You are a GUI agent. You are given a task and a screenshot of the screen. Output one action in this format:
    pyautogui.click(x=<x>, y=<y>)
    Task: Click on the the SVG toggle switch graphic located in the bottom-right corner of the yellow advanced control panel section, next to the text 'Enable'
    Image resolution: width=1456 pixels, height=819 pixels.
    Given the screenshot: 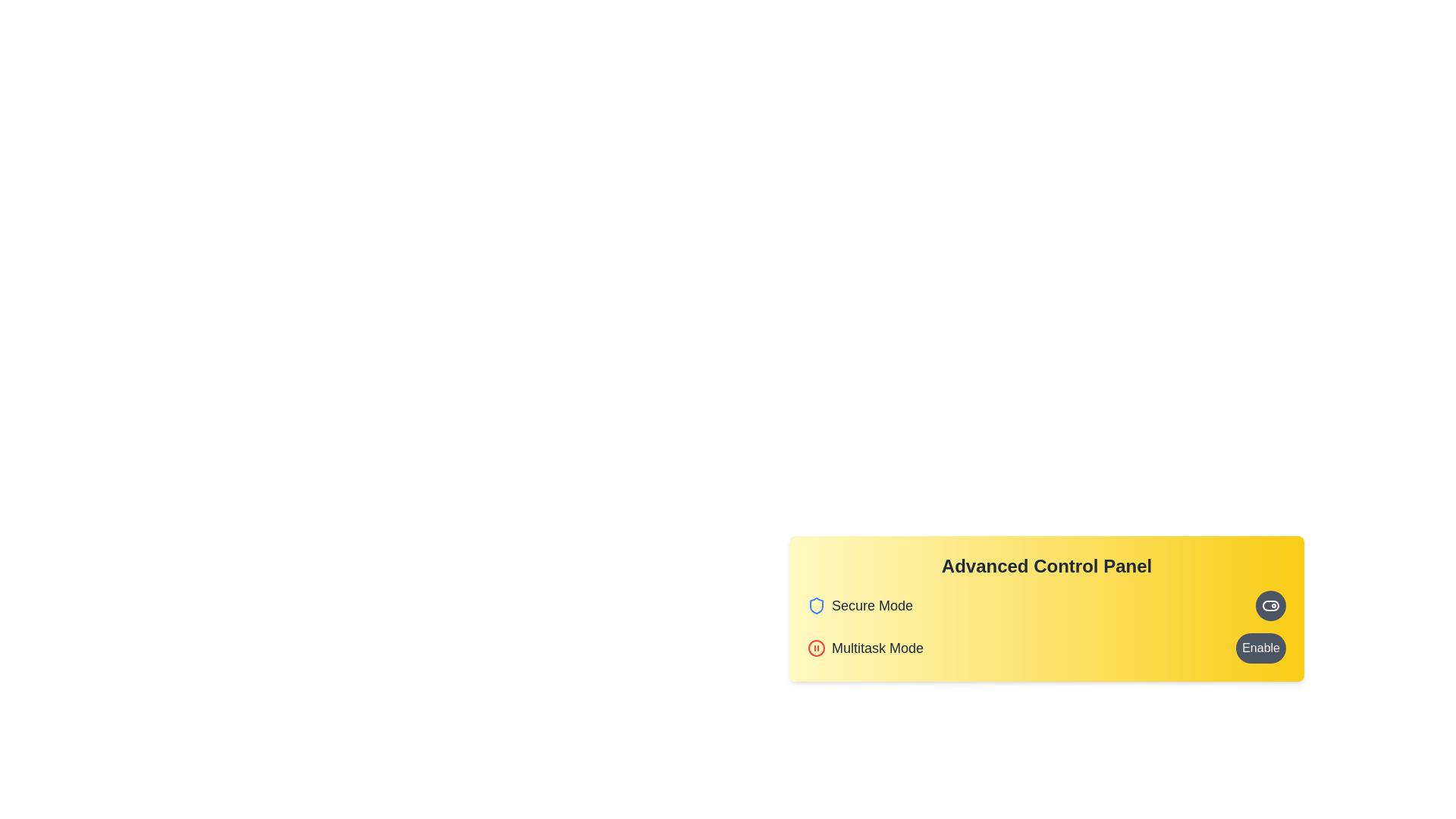 What is the action you would take?
    pyautogui.click(x=1270, y=604)
    